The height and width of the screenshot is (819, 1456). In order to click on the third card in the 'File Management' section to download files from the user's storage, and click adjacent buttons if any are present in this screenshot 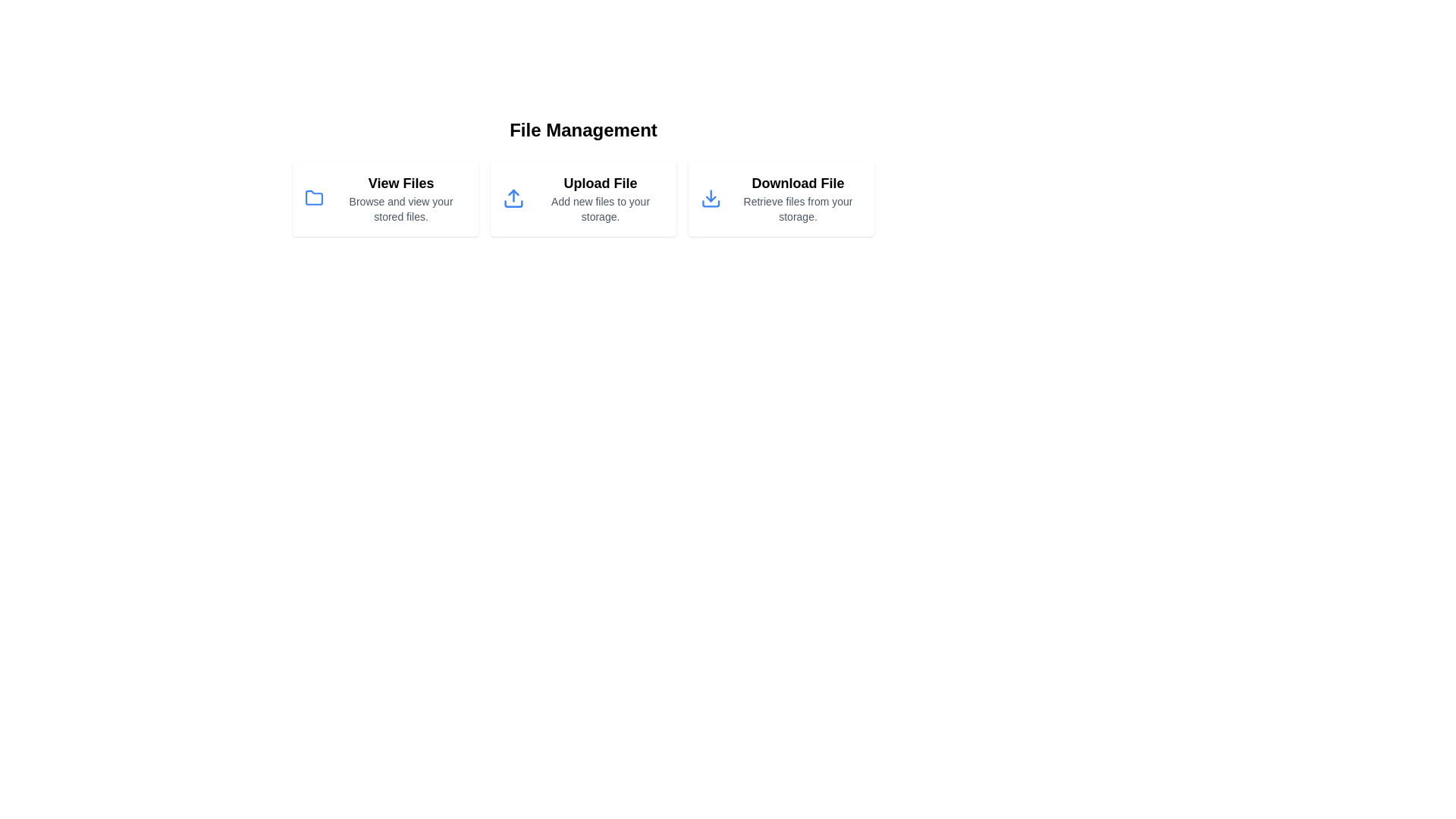, I will do `click(797, 198)`.